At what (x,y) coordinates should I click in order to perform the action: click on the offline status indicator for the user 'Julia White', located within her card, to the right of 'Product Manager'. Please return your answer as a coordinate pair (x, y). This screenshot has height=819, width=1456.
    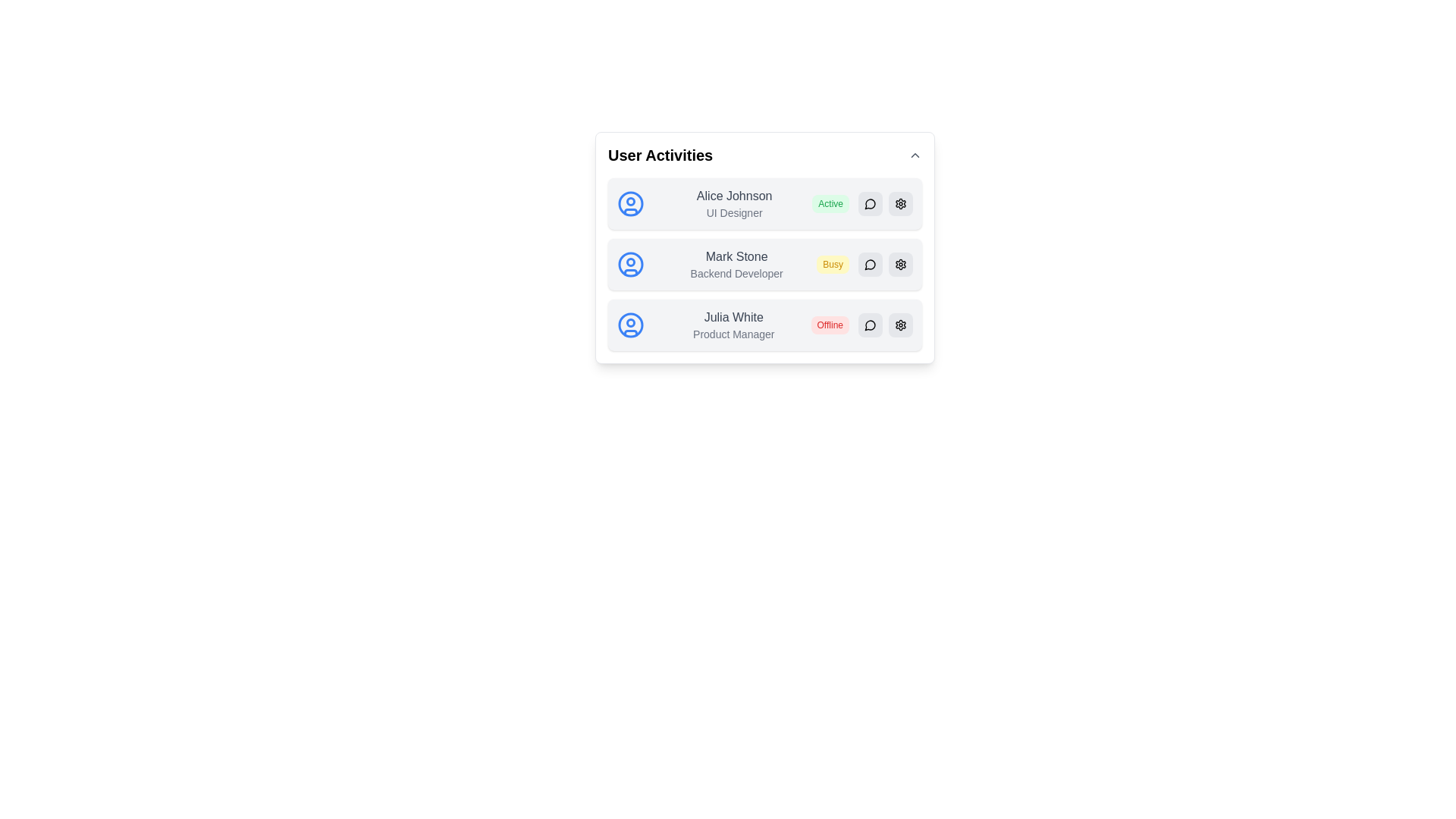
    Looking at the image, I should click on (829, 324).